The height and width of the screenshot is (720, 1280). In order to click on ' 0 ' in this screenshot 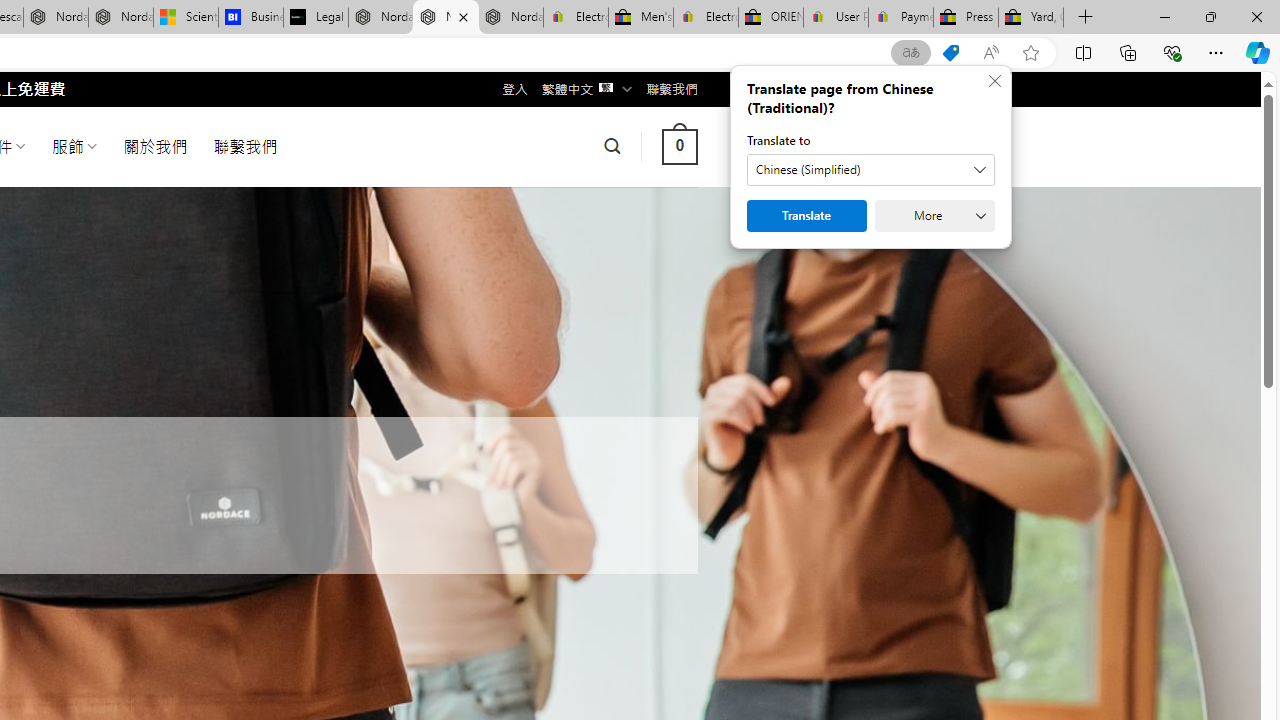, I will do `click(679, 145)`.